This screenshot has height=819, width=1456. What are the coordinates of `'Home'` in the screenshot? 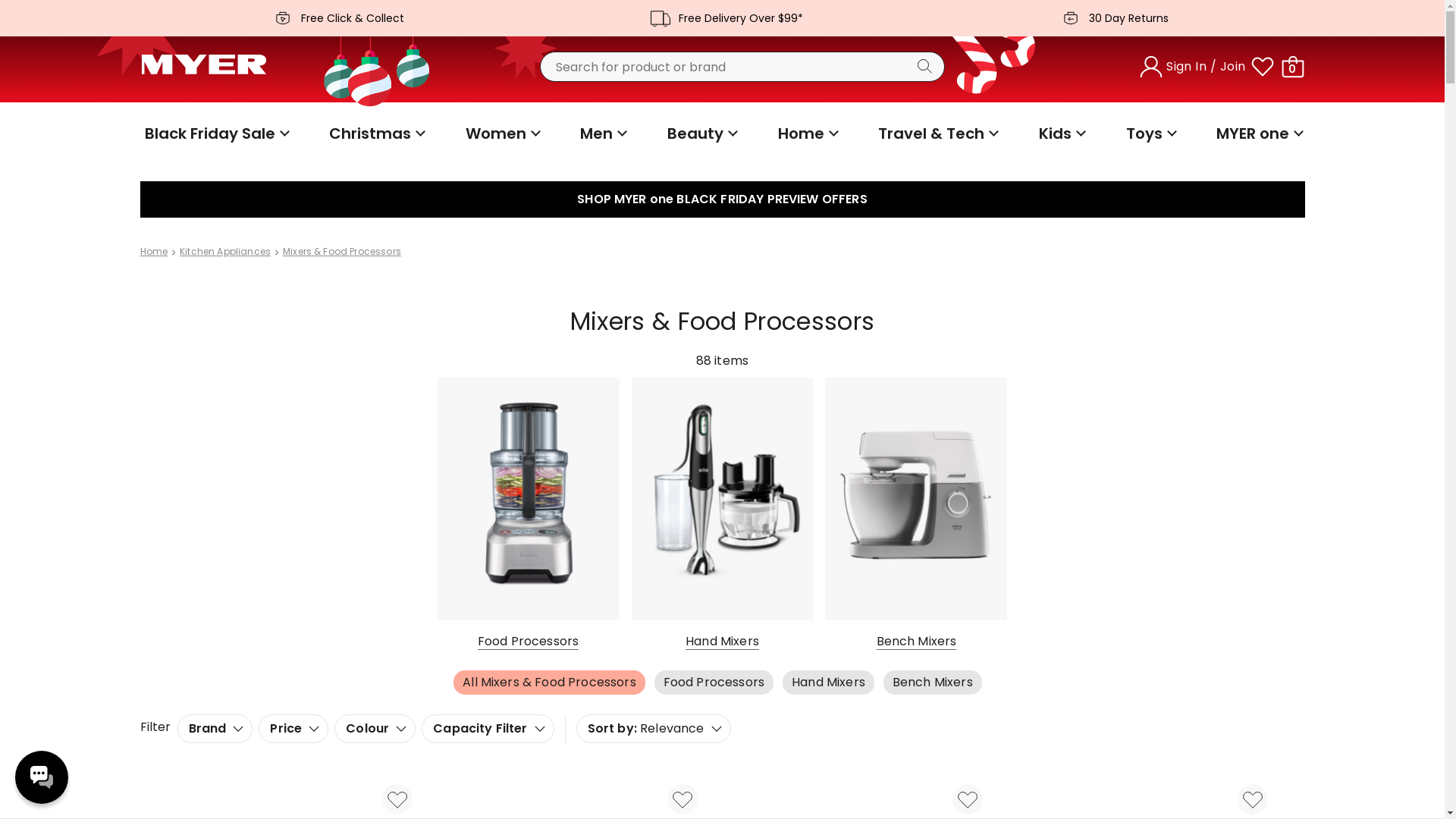 It's located at (153, 250).